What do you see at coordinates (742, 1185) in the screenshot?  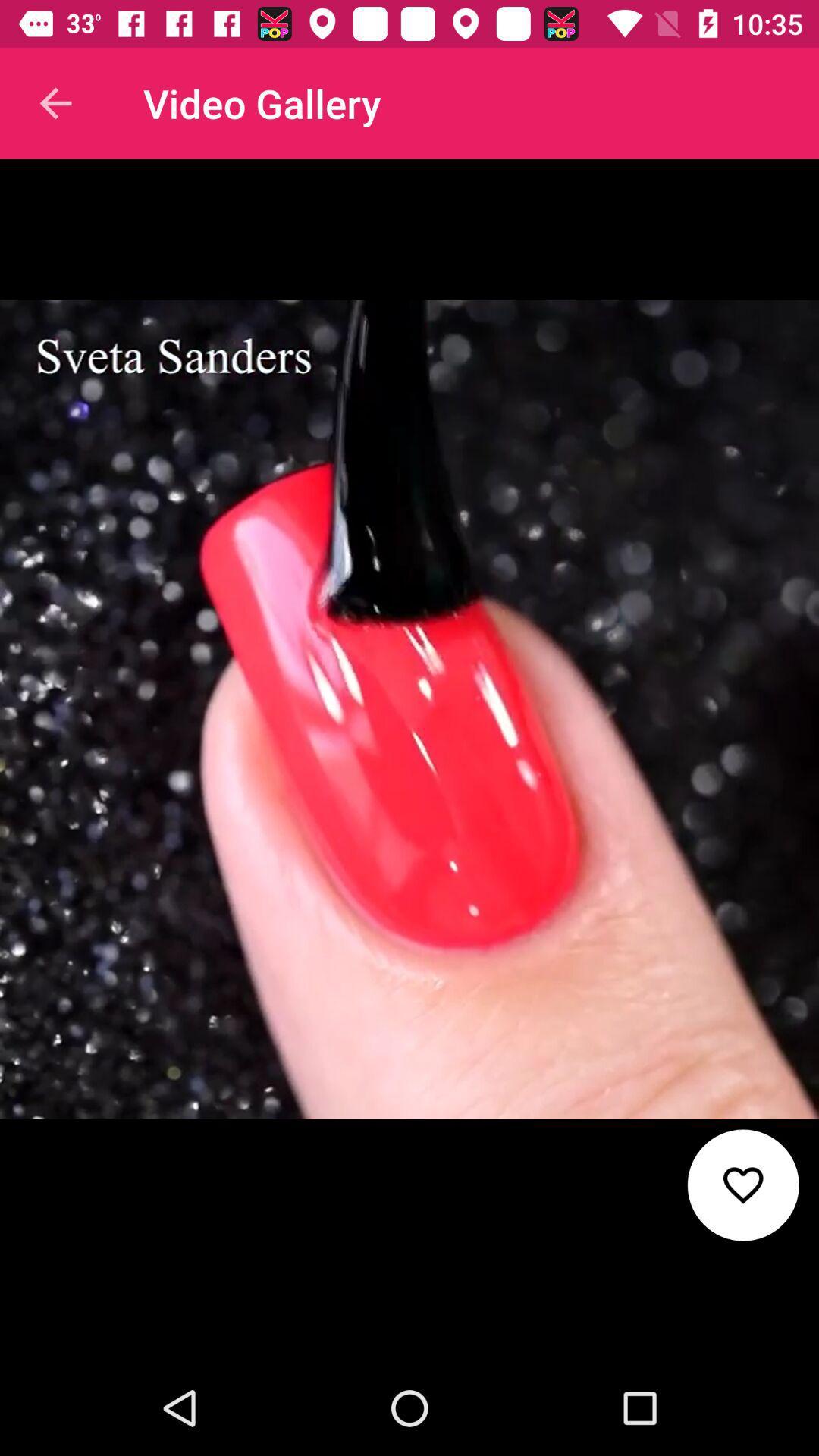 I see `the favorite icon` at bounding box center [742, 1185].